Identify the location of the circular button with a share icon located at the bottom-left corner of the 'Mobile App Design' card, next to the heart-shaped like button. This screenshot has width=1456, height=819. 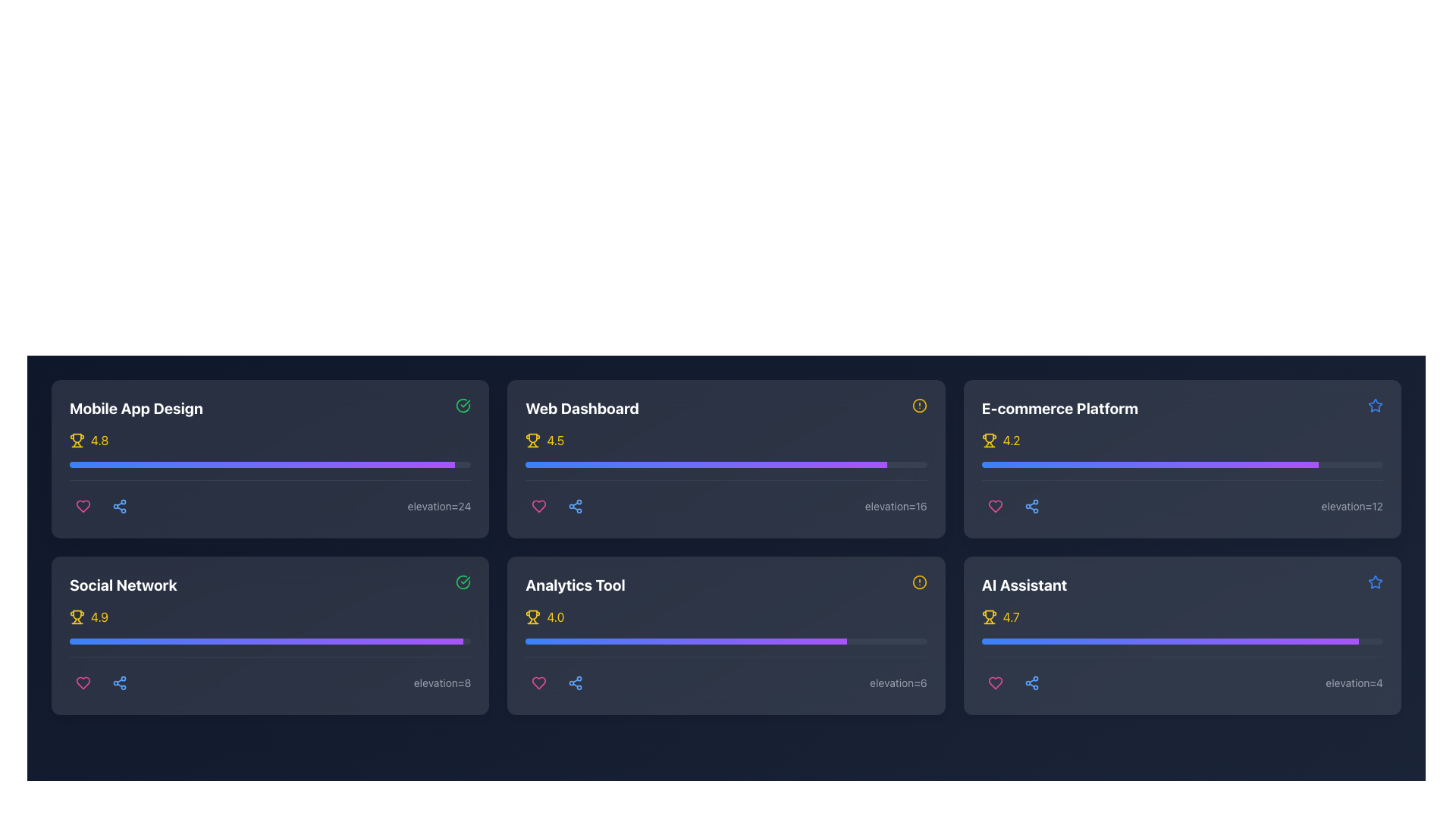
(119, 506).